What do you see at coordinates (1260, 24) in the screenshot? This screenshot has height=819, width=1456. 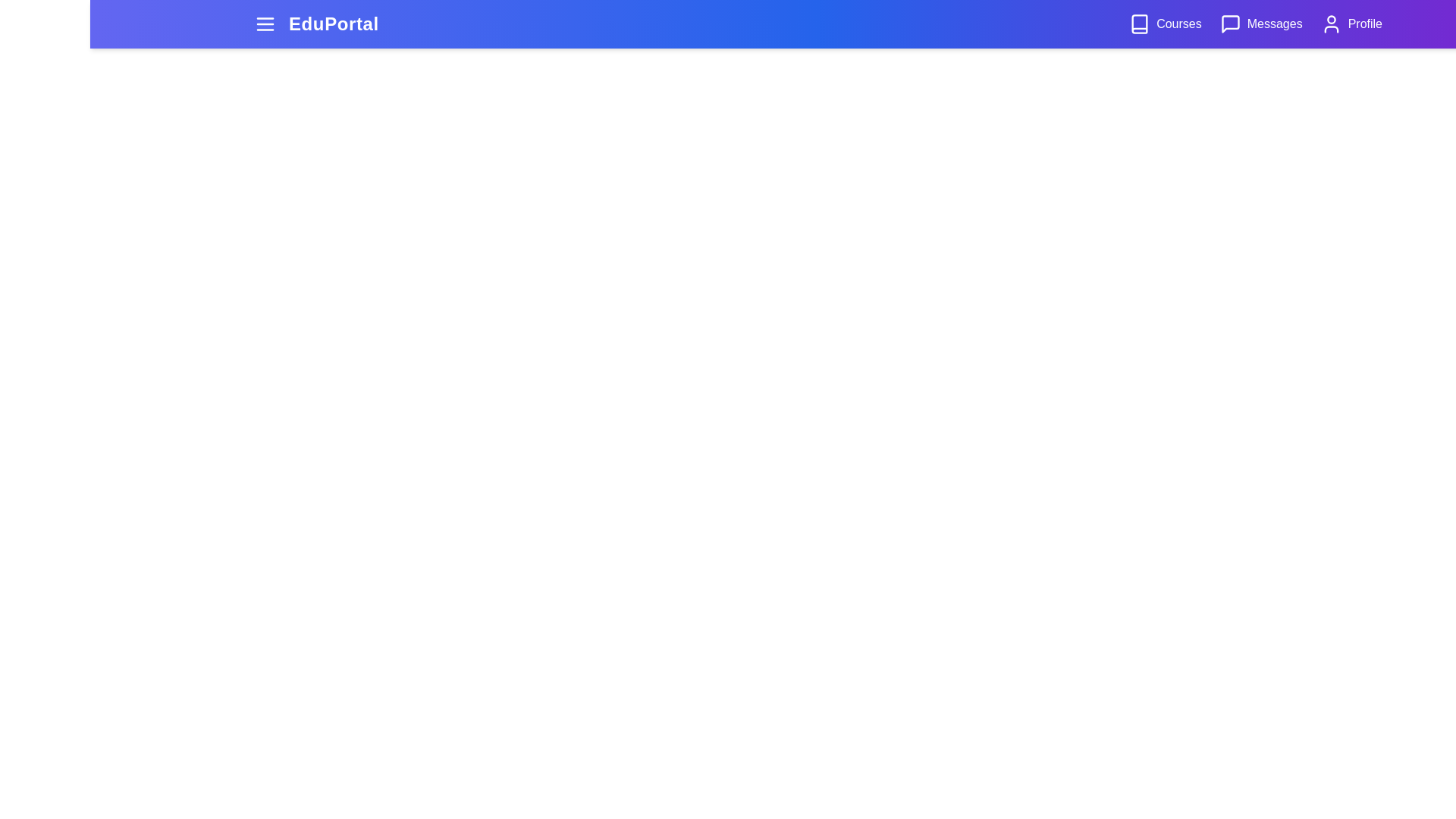 I see `the 'Messages' button in the navigation bar` at bounding box center [1260, 24].